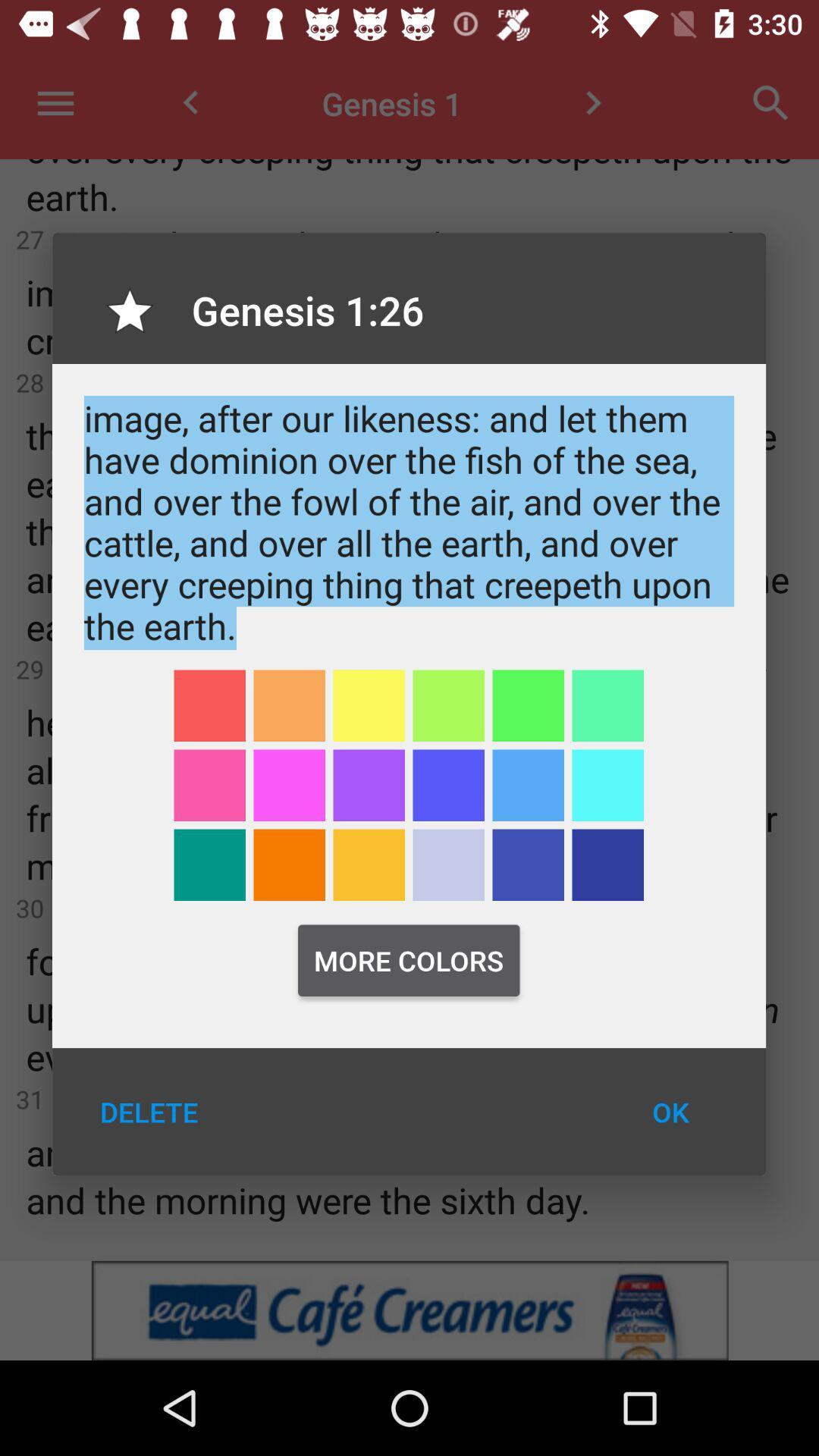 The height and width of the screenshot is (1456, 819). Describe the element at coordinates (209, 785) in the screenshot. I see `pick this color` at that location.